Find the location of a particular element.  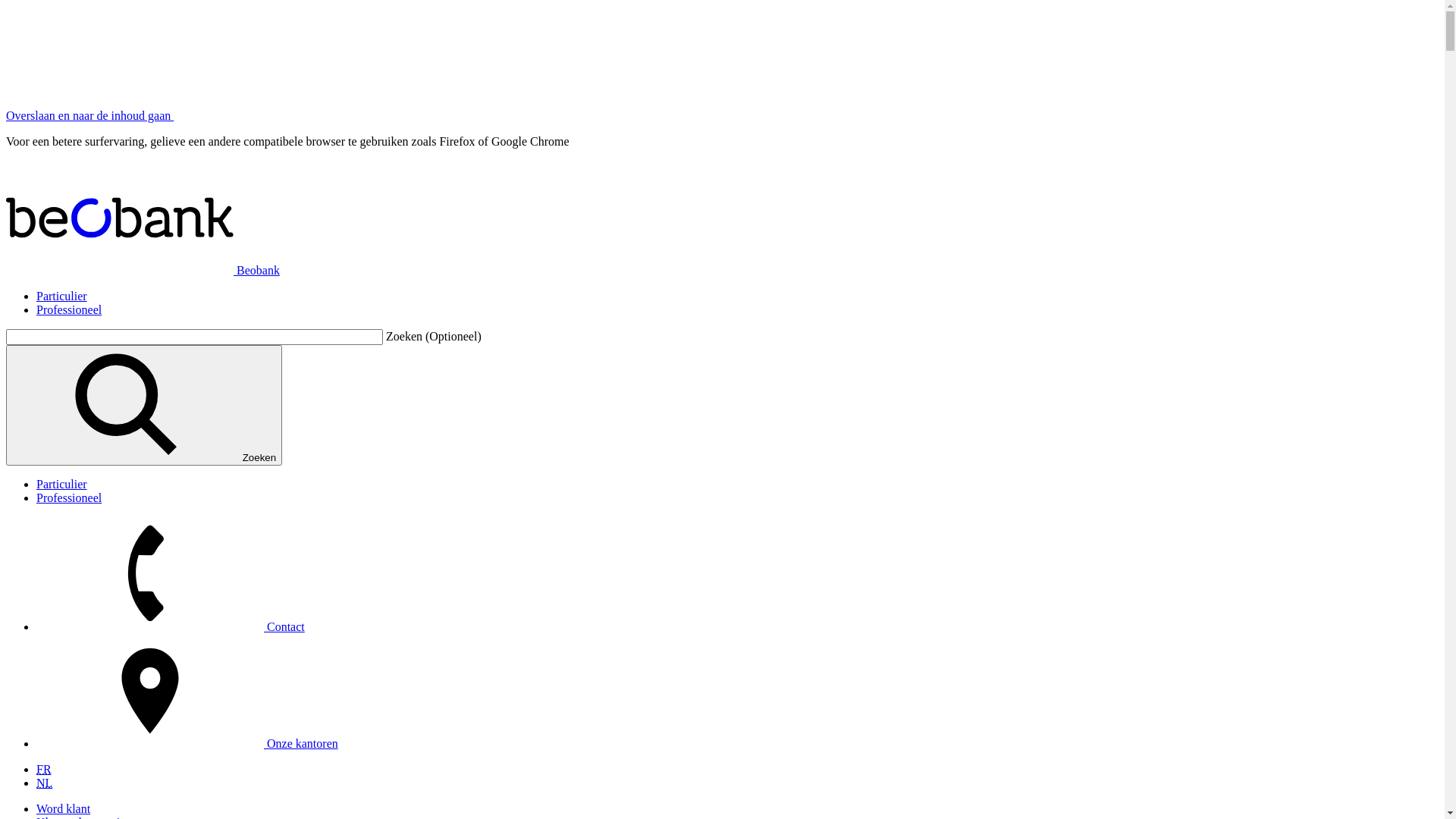

'Zoeken' is located at coordinates (144, 404).